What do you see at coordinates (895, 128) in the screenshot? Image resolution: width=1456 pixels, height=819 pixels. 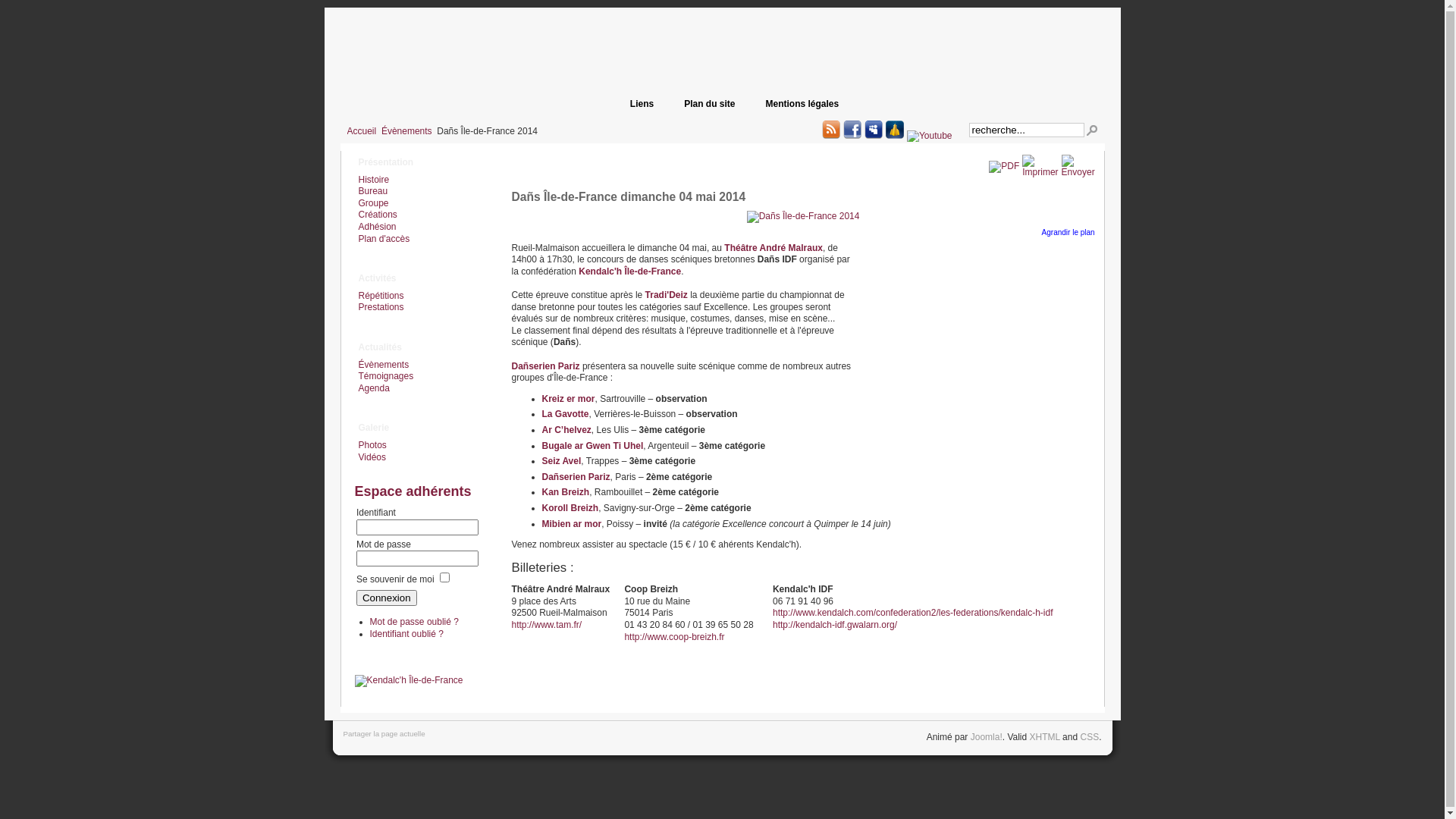 I see `'Suivez-nous sur Dailymotion'` at bounding box center [895, 128].